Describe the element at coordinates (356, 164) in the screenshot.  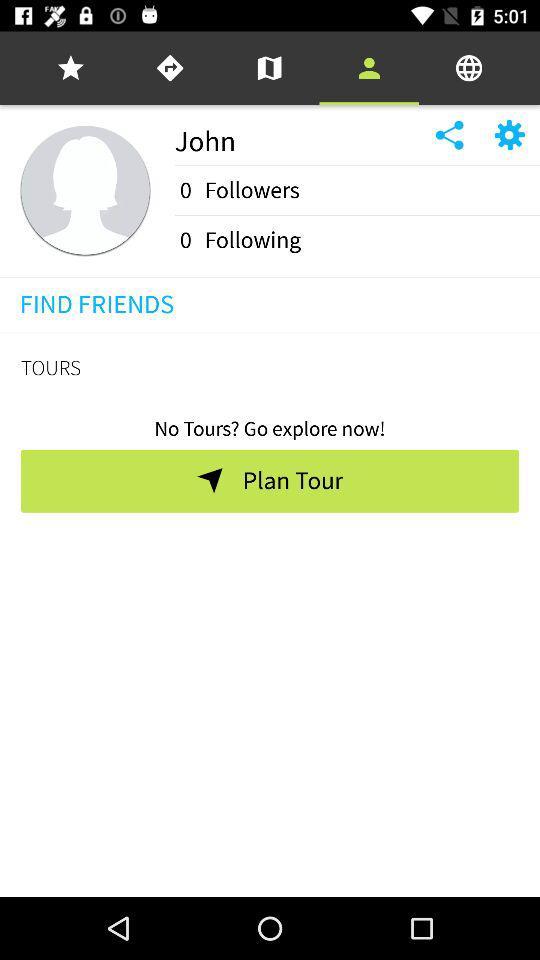
I see `icon above the 0` at that location.